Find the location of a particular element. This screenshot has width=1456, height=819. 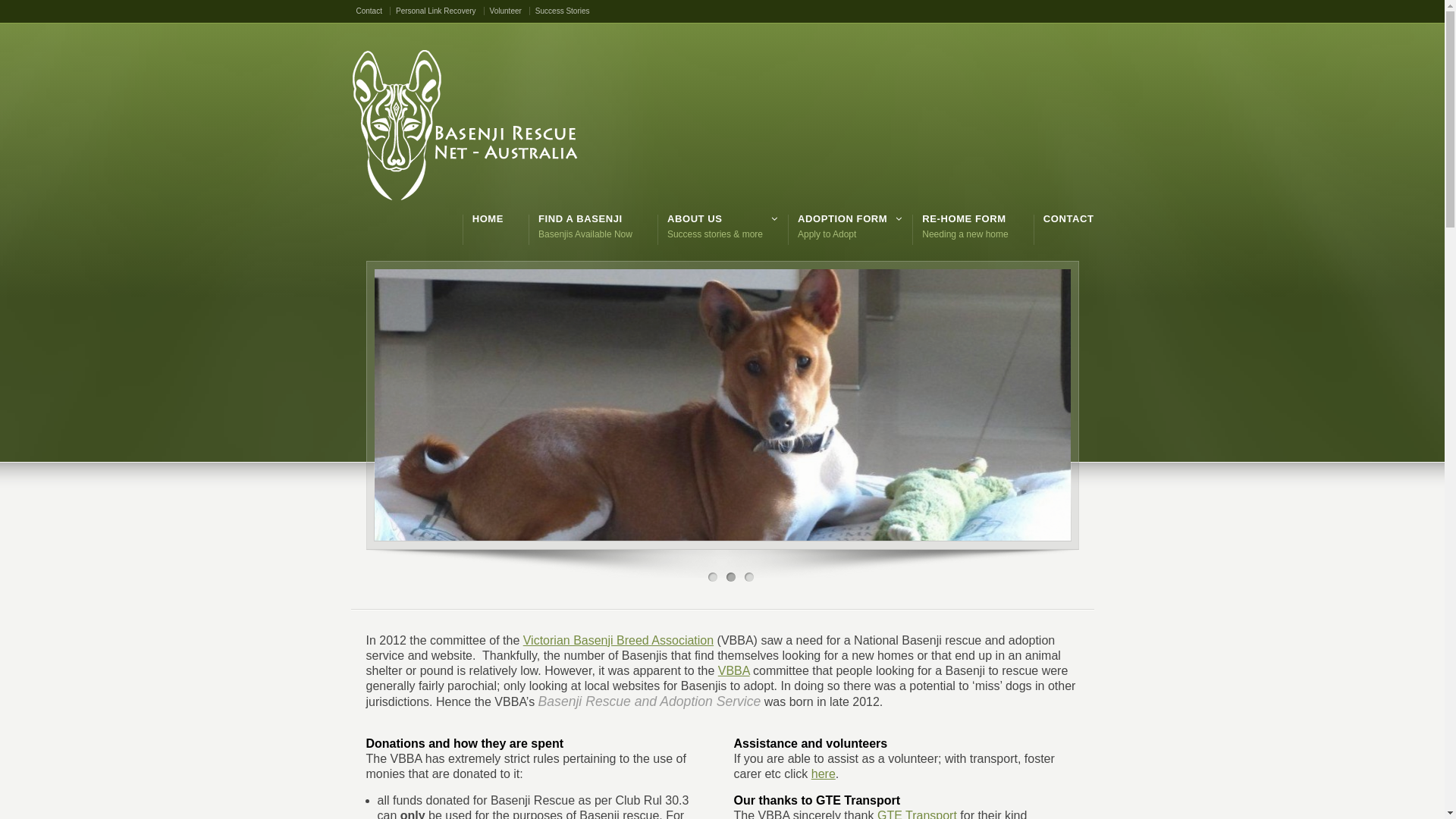

'CONTACT' is located at coordinates (1068, 219).